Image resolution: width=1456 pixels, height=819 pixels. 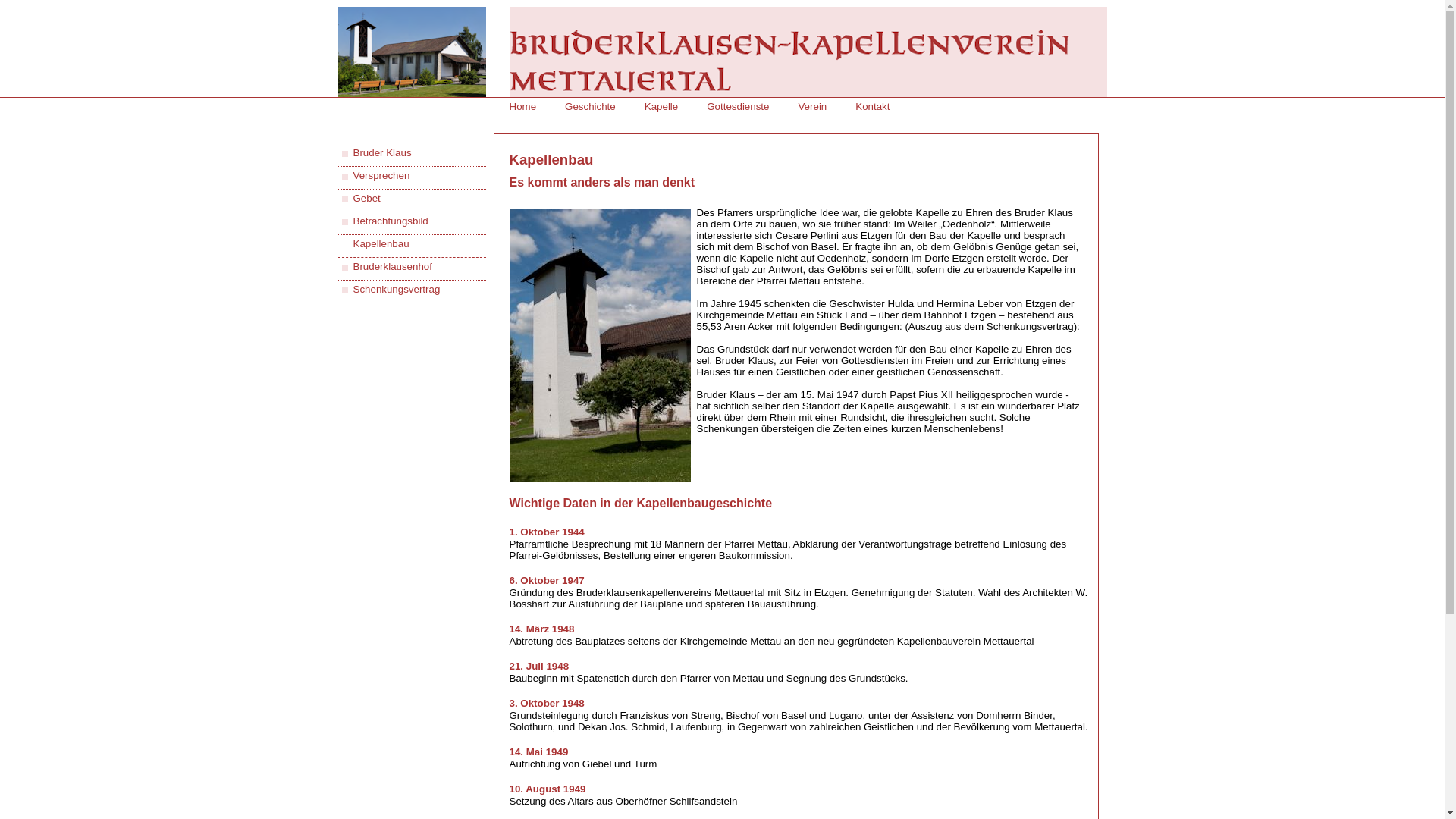 What do you see at coordinates (855, 105) in the screenshot?
I see `'Kontakt'` at bounding box center [855, 105].